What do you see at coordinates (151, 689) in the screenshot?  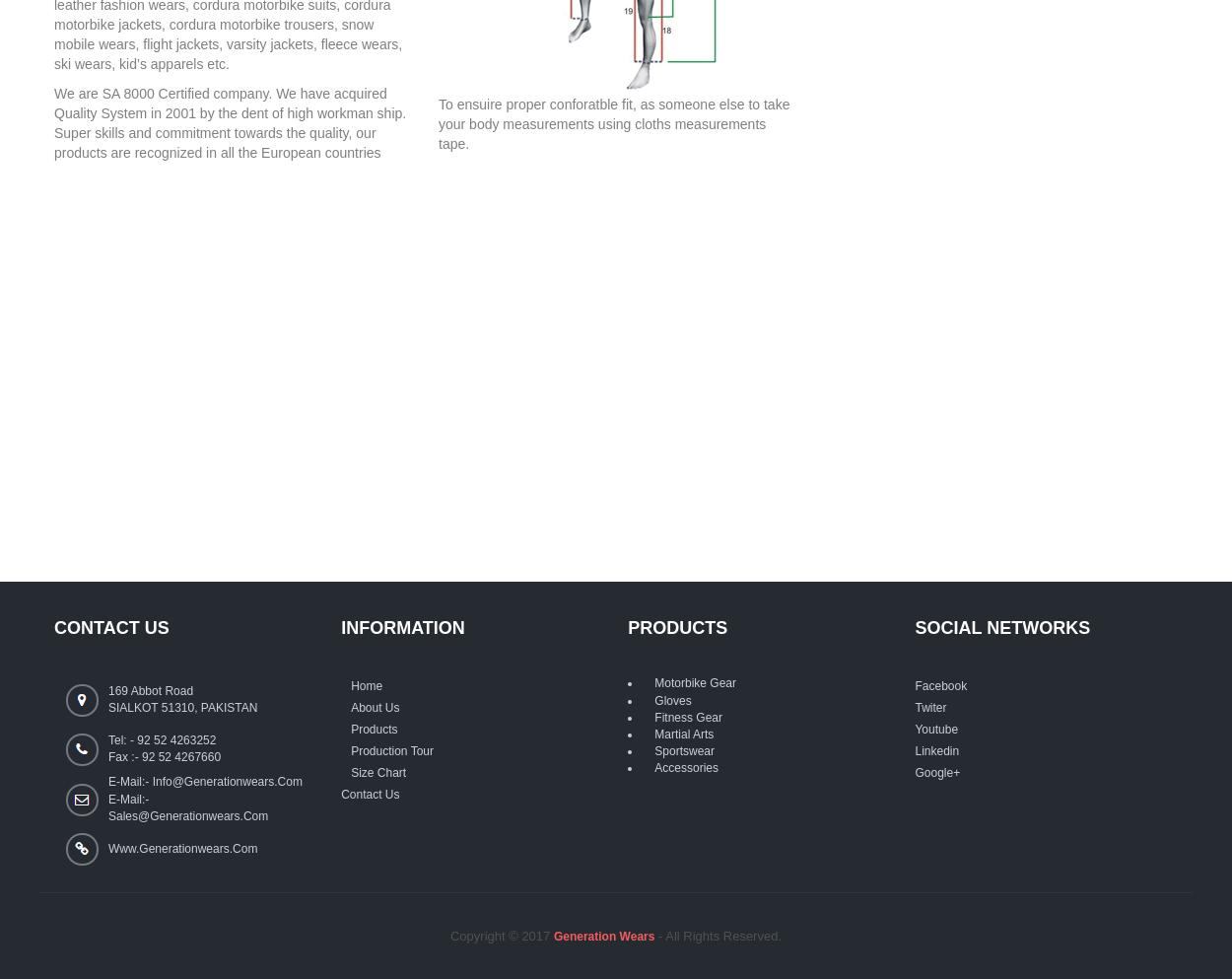 I see `'169 Abbot Road'` at bounding box center [151, 689].